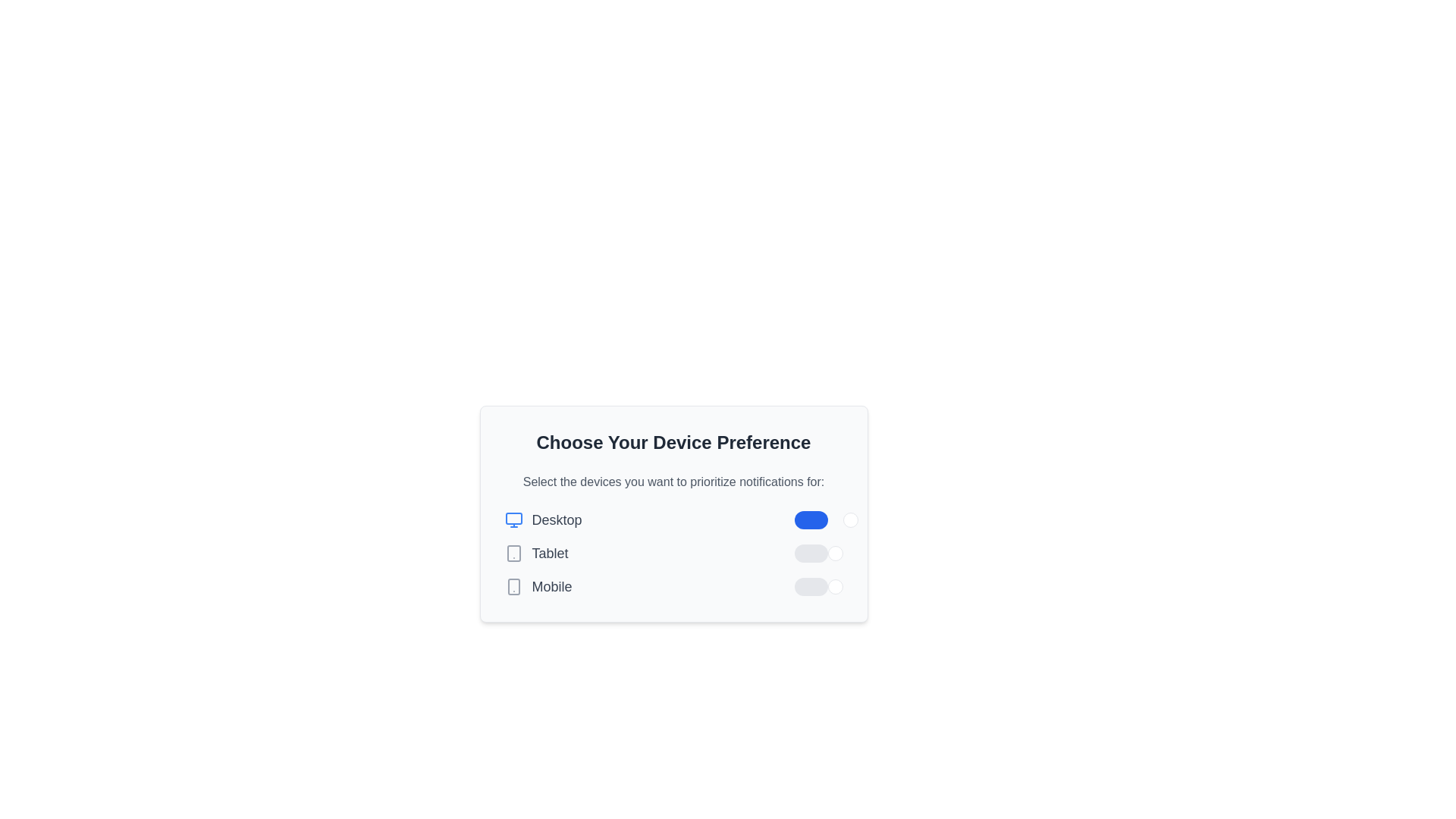  What do you see at coordinates (810, 519) in the screenshot?
I see `the background of the blue toggle switch indicating an active state, located within the 'Choose Your Device Preference' form for 'Desktop'` at bounding box center [810, 519].